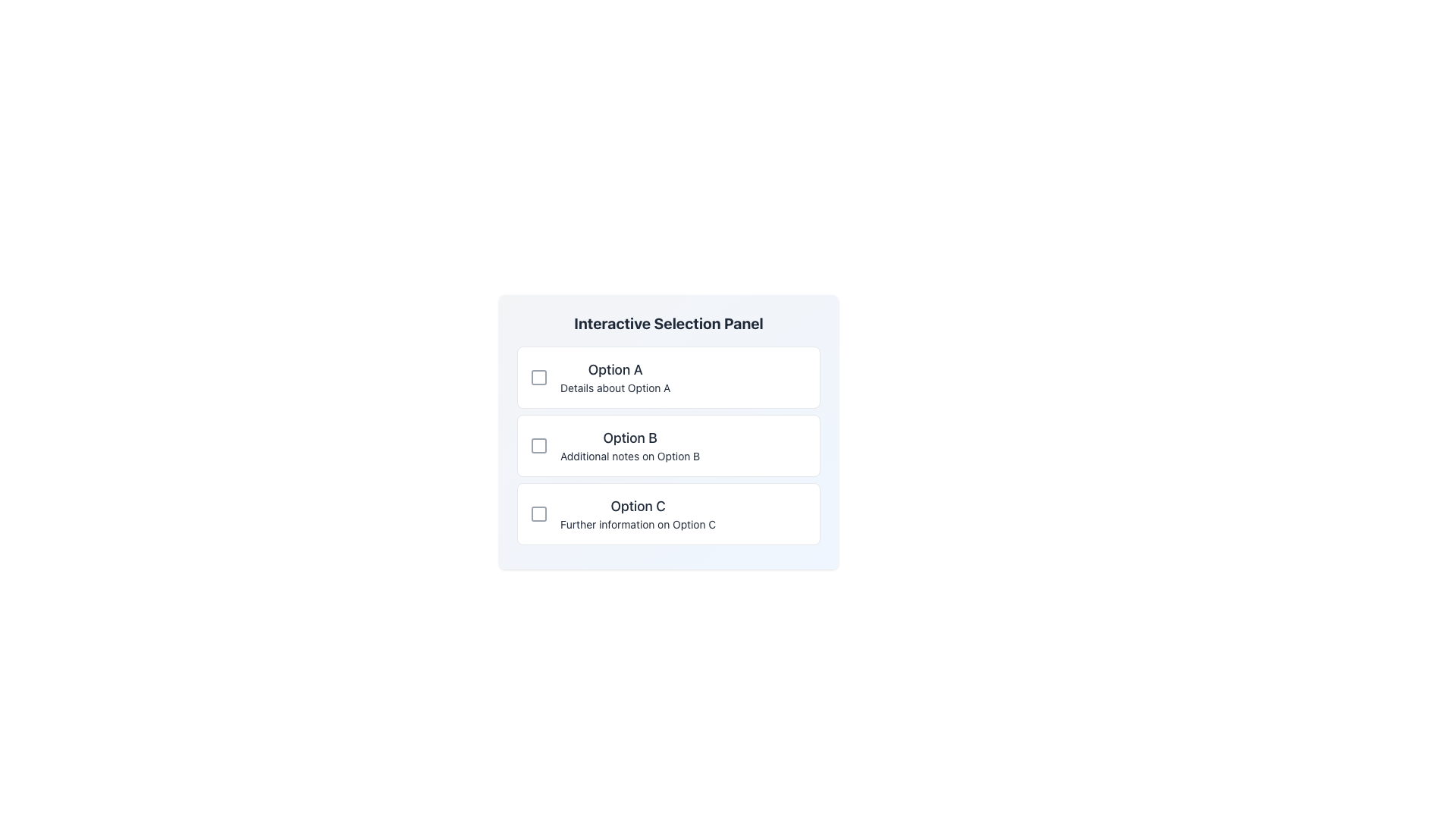 The image size is (1456, 819). What do you see at coordinates (538, 513) in the screenshot?
I see `the Checkbox element next to the labeled text 'Option C' to enable keyboard interaction` at bounding box center [538, 513].